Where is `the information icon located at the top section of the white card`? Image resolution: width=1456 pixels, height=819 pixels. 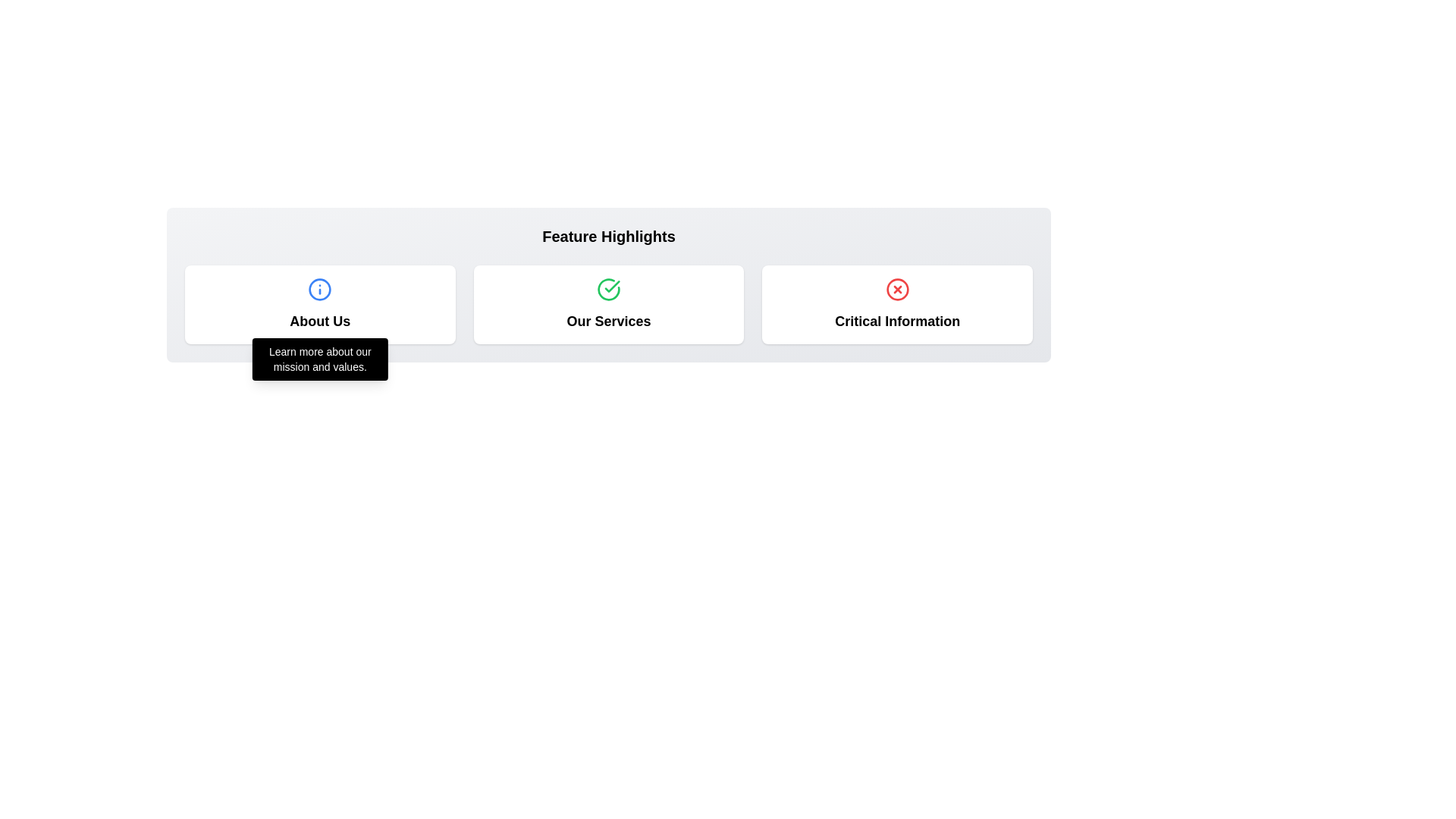 the information icon located at the top section of the white card is located at coordinates (319, 289).